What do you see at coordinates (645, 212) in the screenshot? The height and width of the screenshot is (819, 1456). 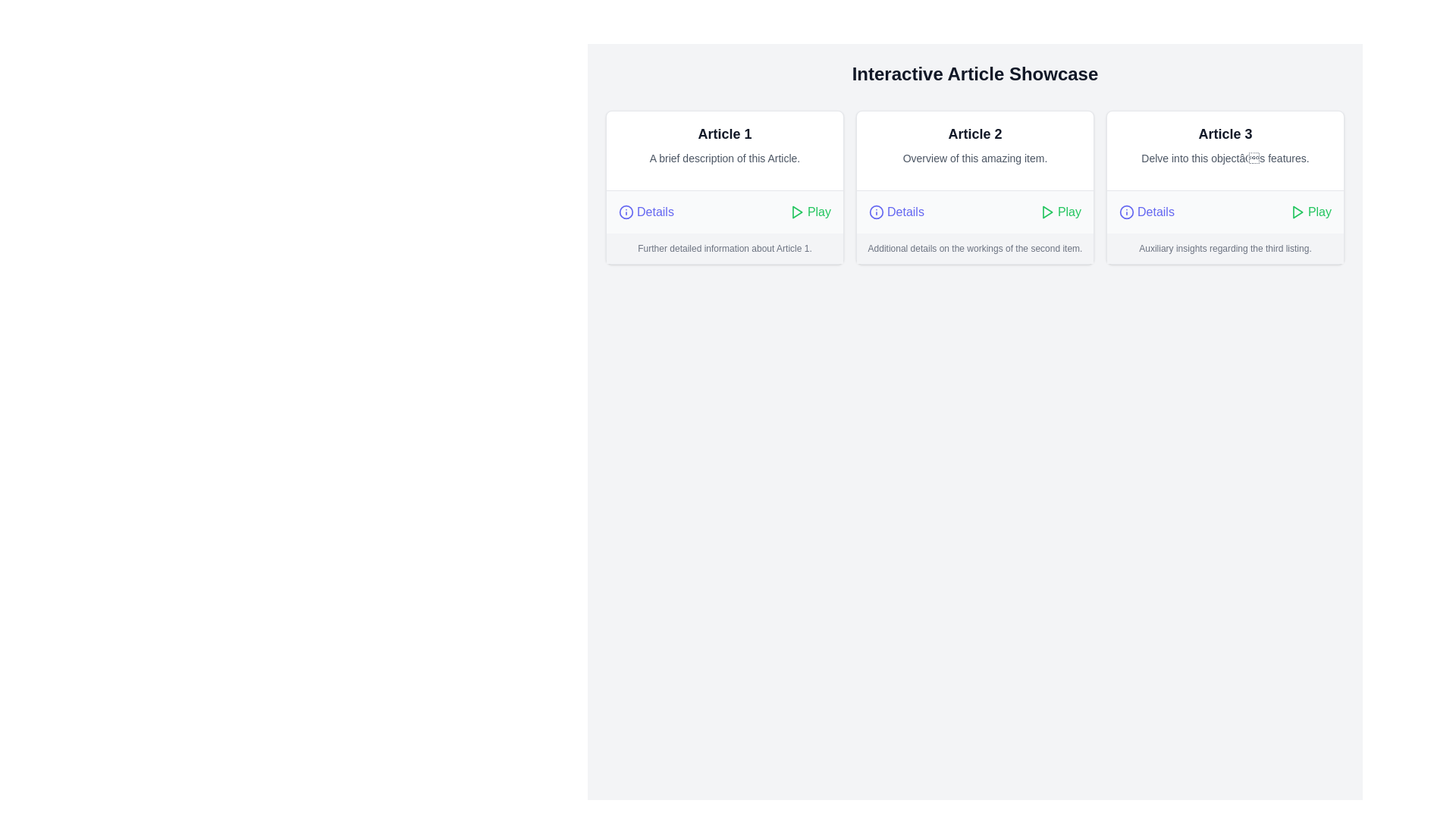 I see `the button or link located in the bottom section of the 'Article 1' card` at bounding box center [645, 212].